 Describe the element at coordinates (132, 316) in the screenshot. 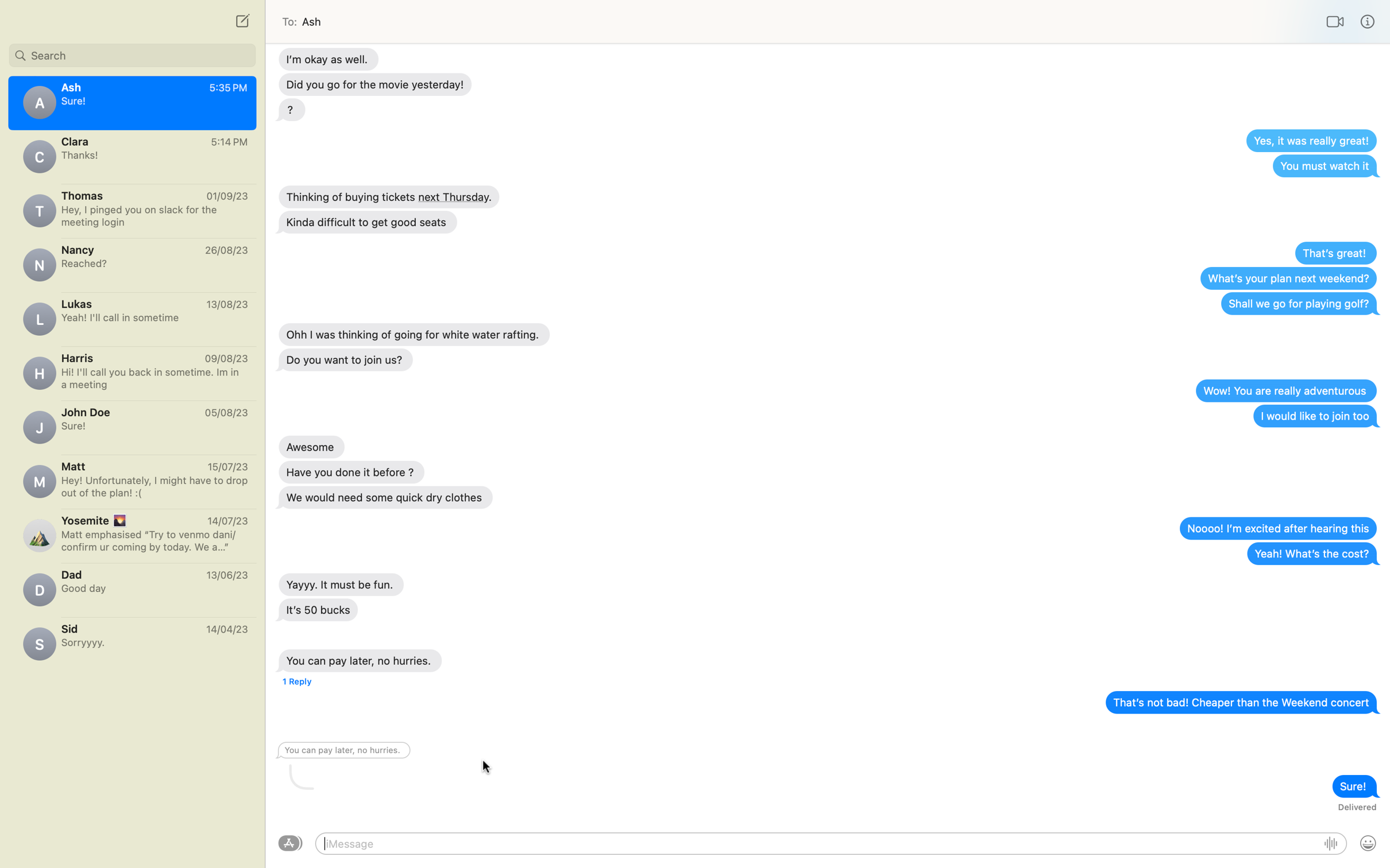

I see `Write a message to Lucas asking about his weekend` at that location.